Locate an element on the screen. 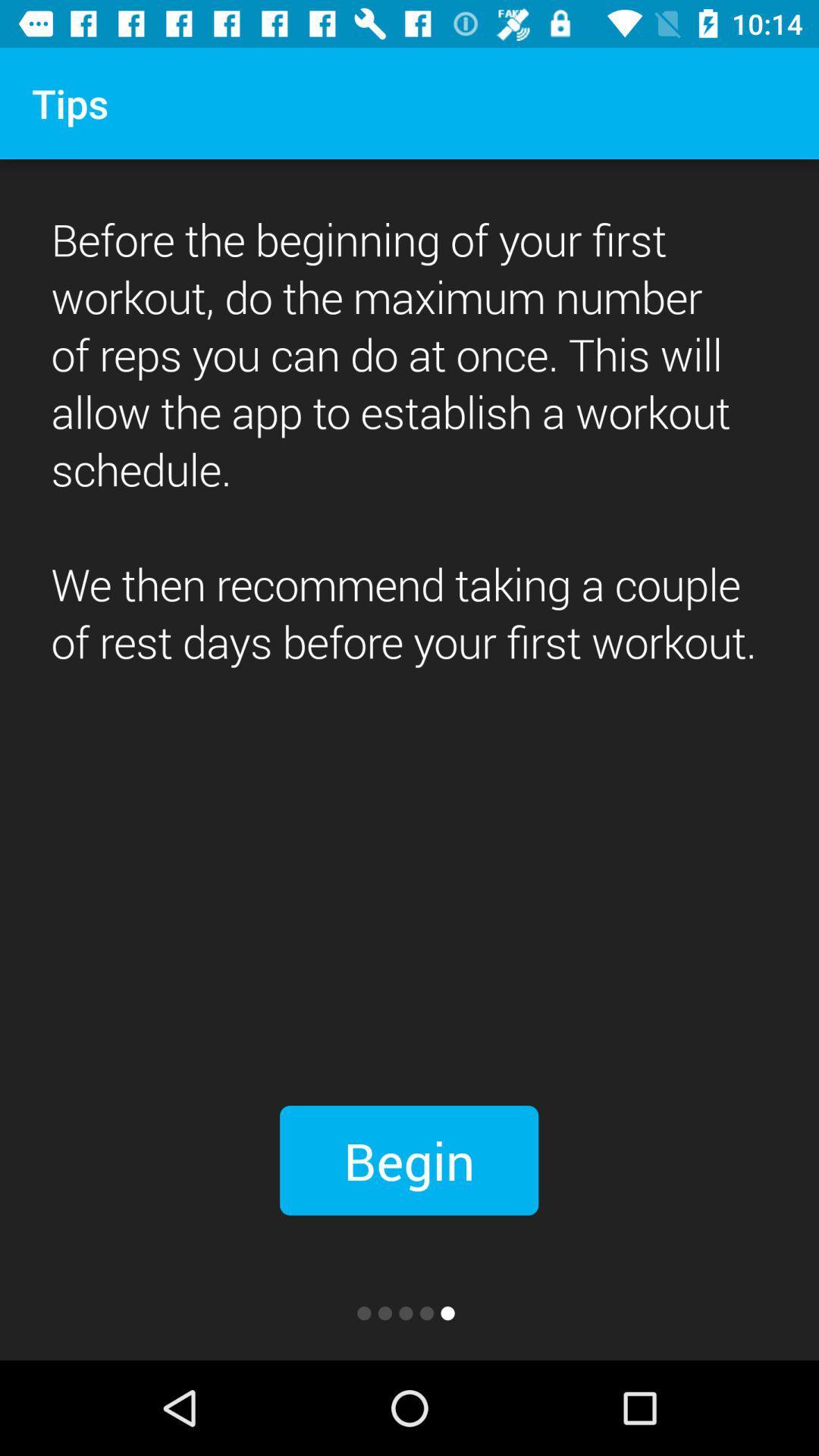 This screenshot has width=819, height=1456. begin is located at coordinates (408, 1159).